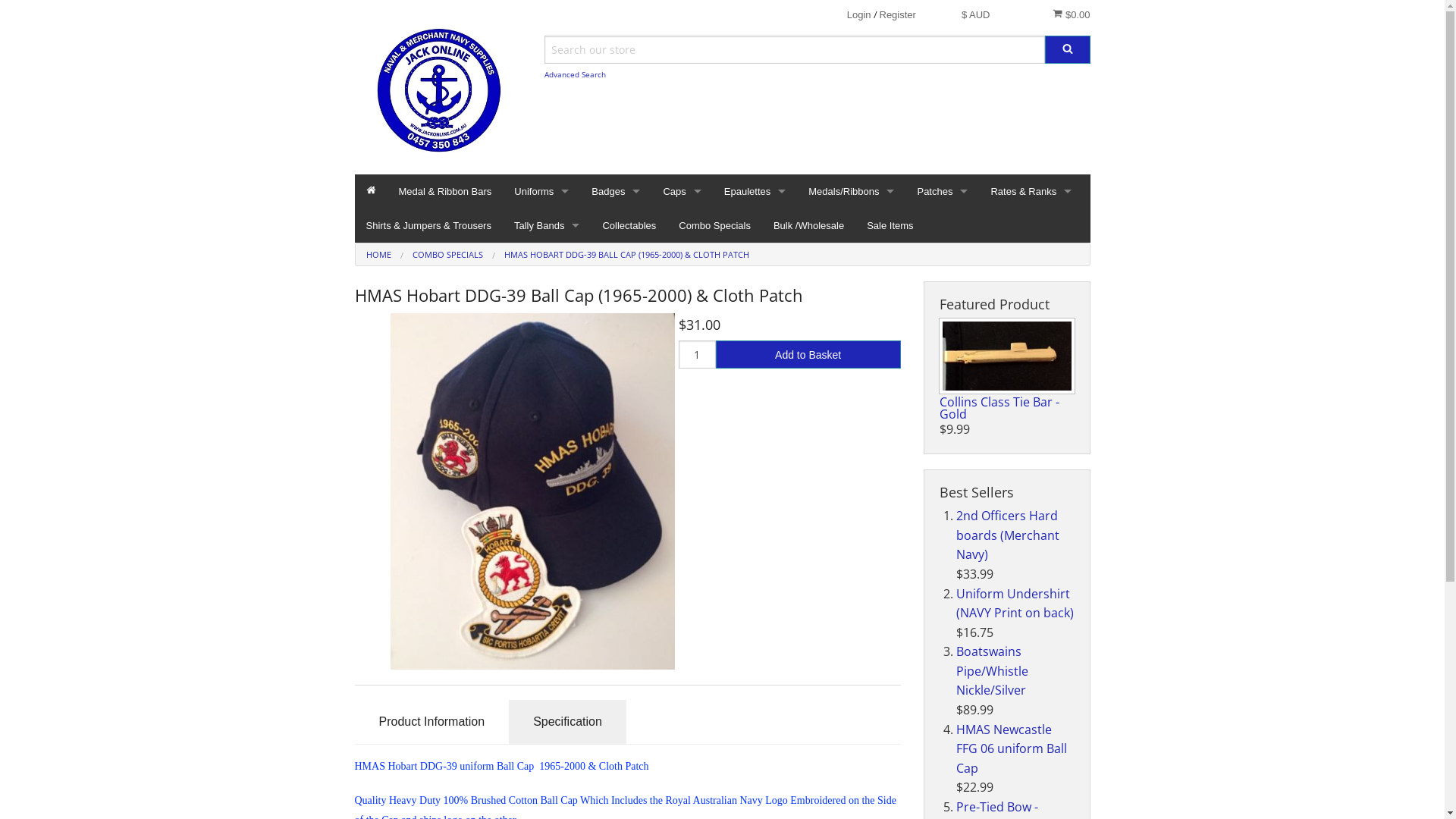  Describe the element at coordinates (1031, 312) in the screenshot. I see `'Collectable Rates & Ranks'` at that location.